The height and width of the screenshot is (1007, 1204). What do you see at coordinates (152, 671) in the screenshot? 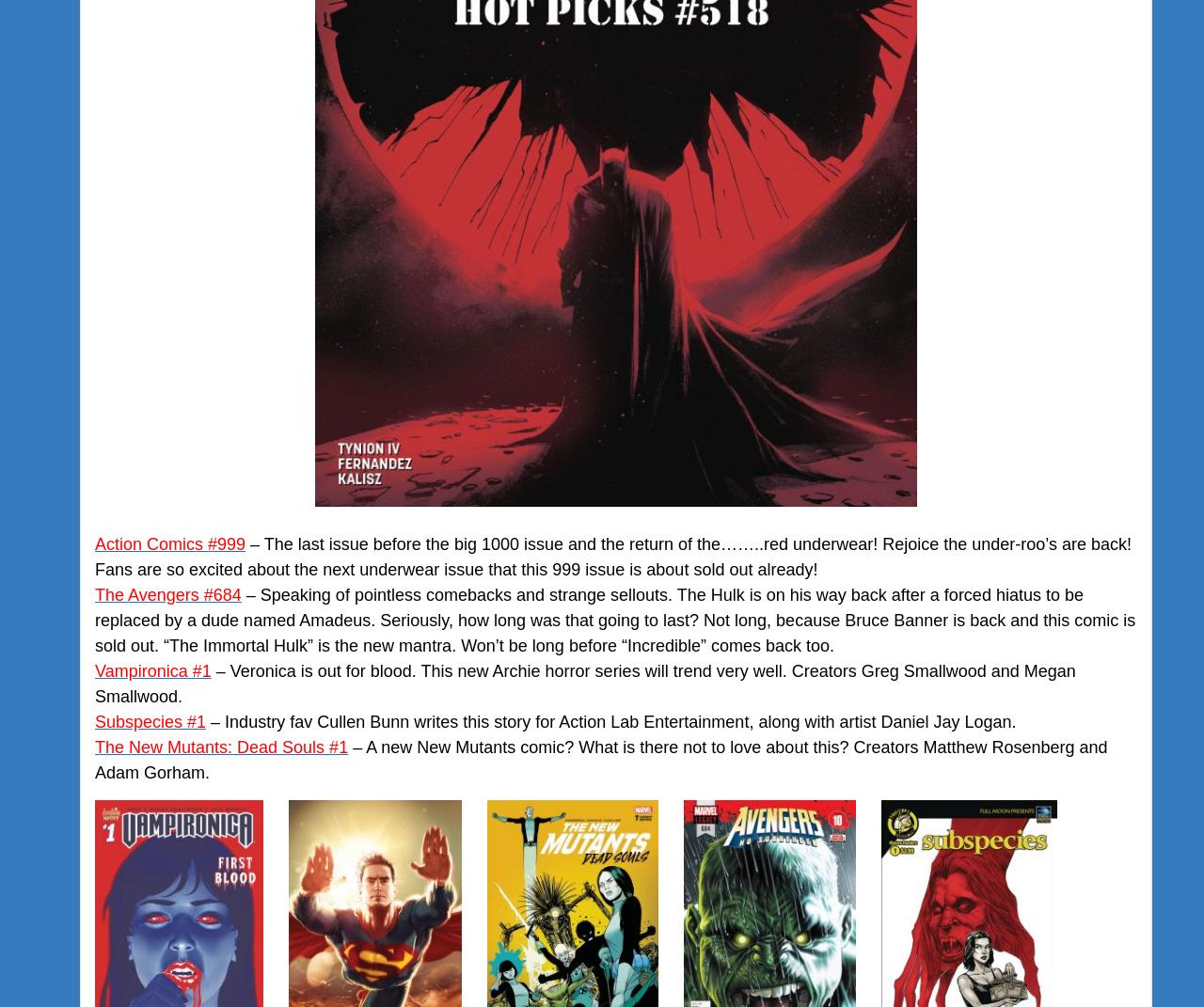
I see `'Vampironica #1'` at bounding box center [152, 671].